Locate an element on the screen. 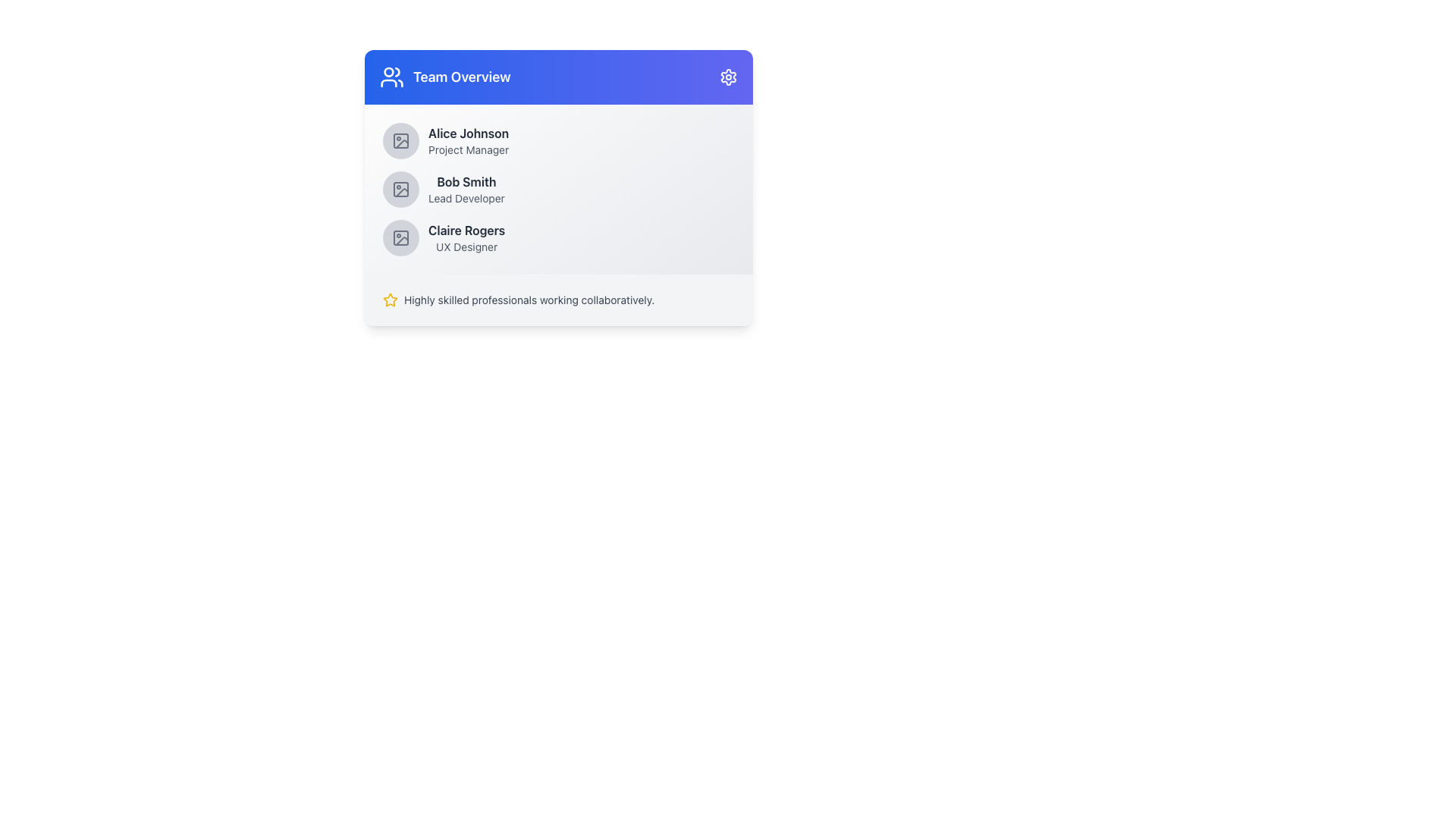  text displayed in the Text Label showing 'Bob Smith' and 'Lead Developer', which is the second item in the team members list is located at coordinates (466, 189).